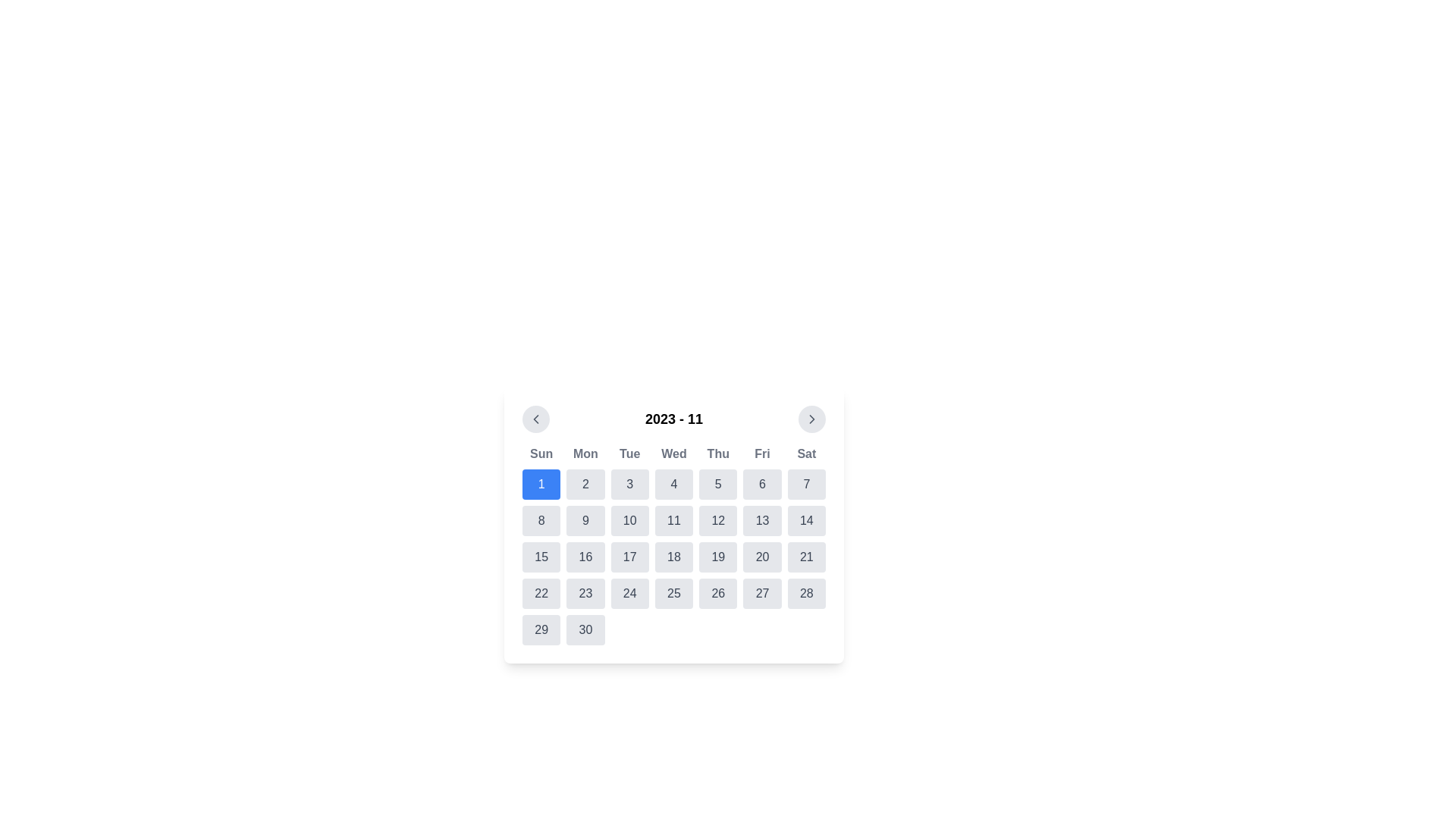  Describe the element at coordinates (762, 453) in the screenshot. I see `the static text label representing 'Friday' in the calendar interface, located between 'Thu' and 'Sat'` at that location.